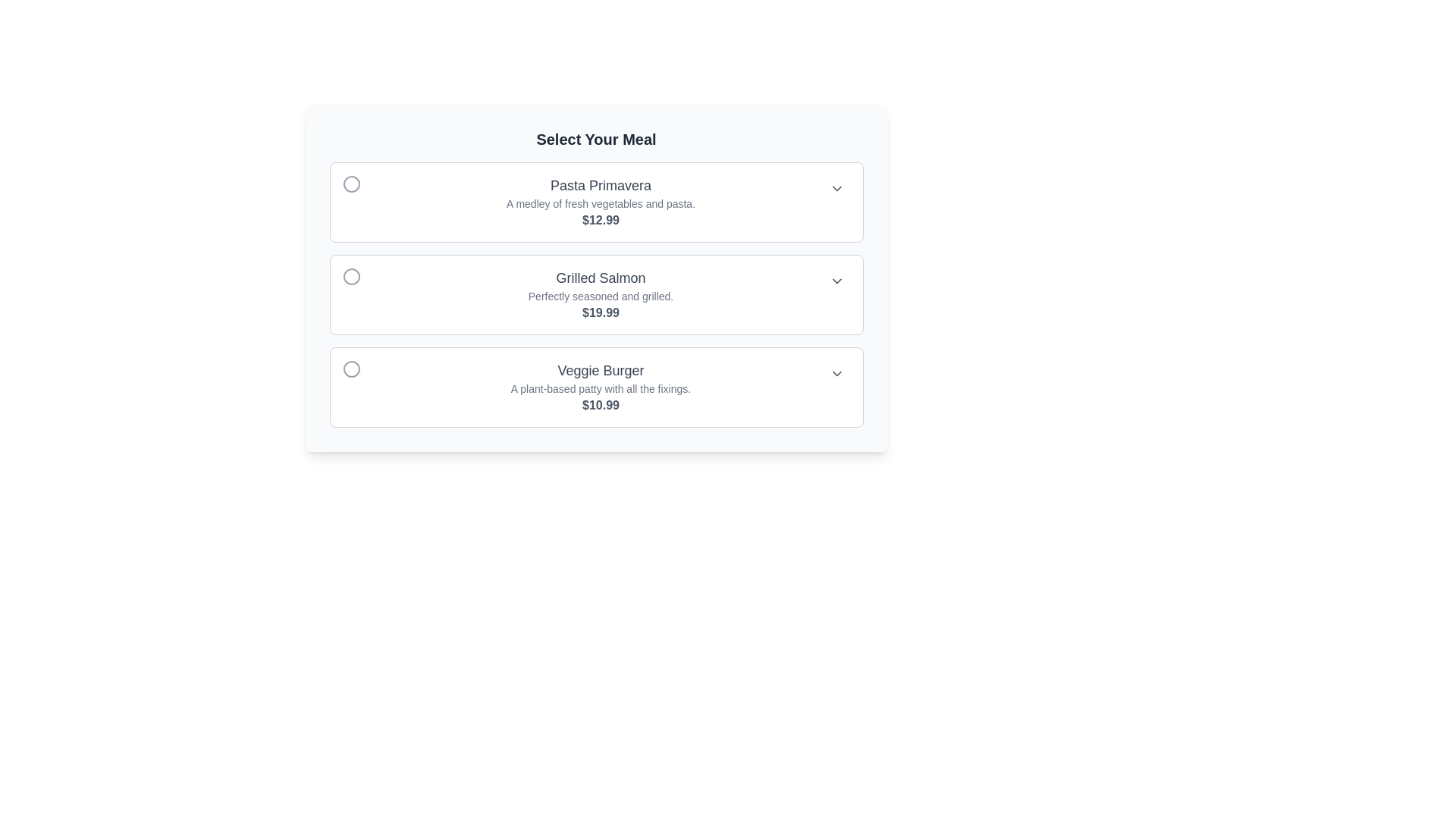 Image resolution: width=1456 pixels, height=819 pixels. I want to click on the radio button for the list item 'Pasta Primavera', so click(350, 184).